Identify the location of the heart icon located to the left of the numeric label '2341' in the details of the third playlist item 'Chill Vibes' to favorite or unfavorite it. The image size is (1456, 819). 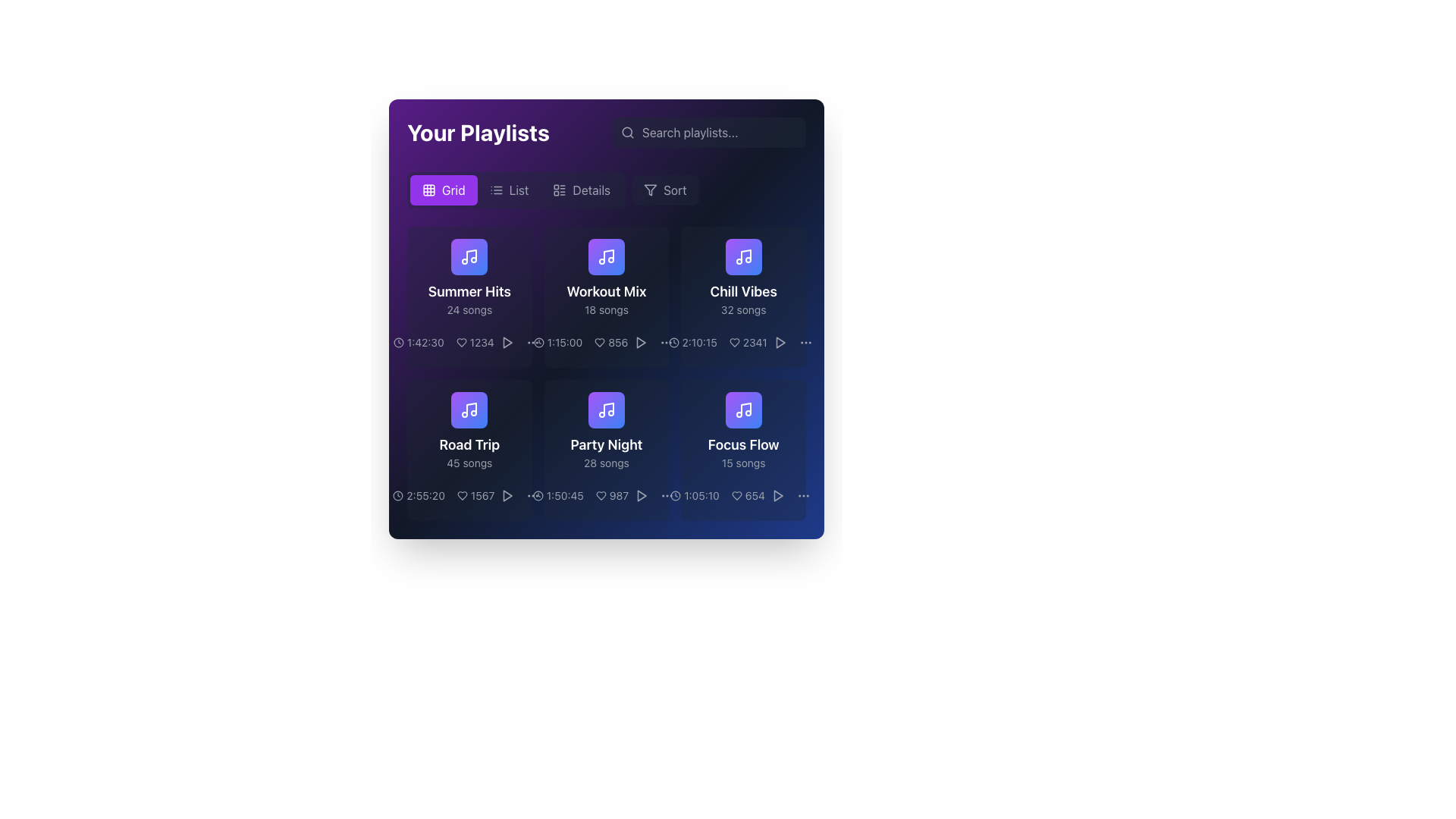
(734, 342).